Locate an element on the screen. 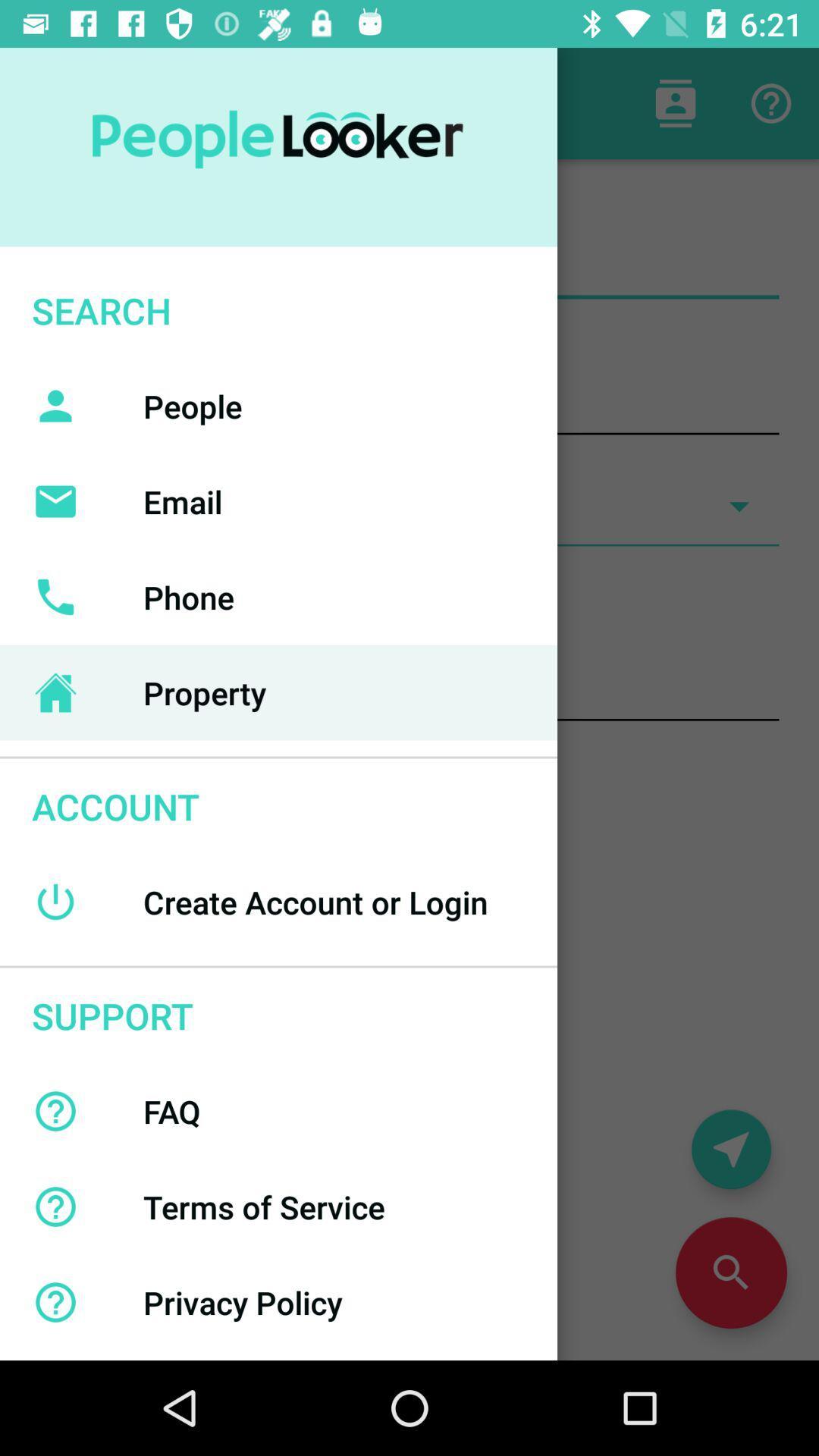 The image size is (819, 1456). the navigation icon is located at coordinates (730, 1149).